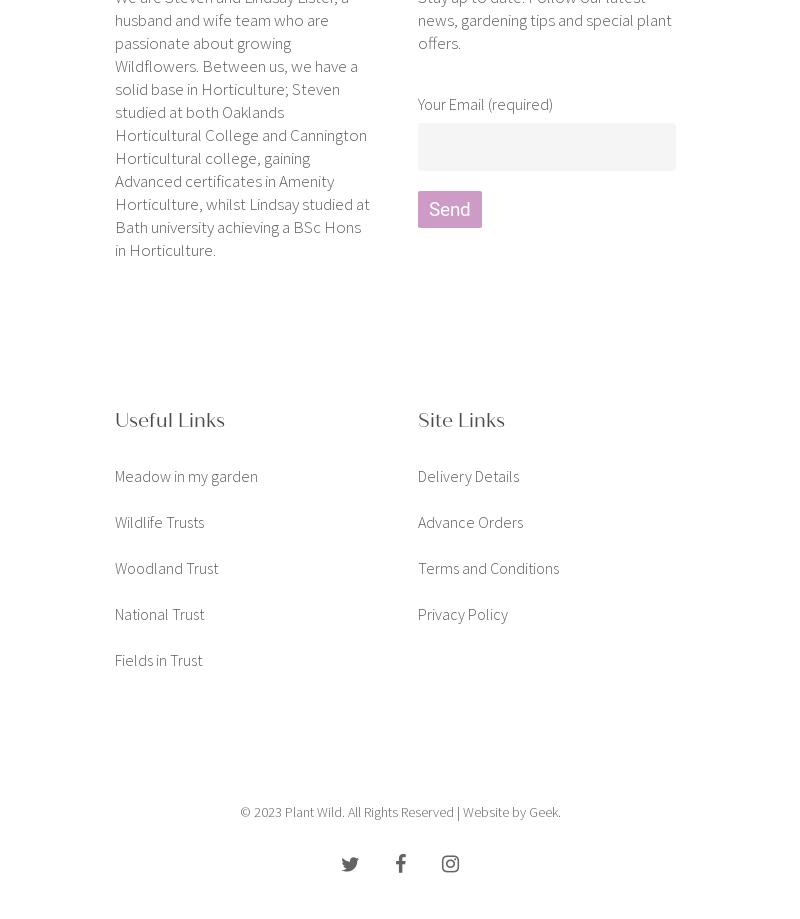 The height and width of the screenshot is (919, 800). What do you see at coordinates (159, 519) in the screenshot?
I see `'Wildlife Trusts'` at bounding box center [159, 519].